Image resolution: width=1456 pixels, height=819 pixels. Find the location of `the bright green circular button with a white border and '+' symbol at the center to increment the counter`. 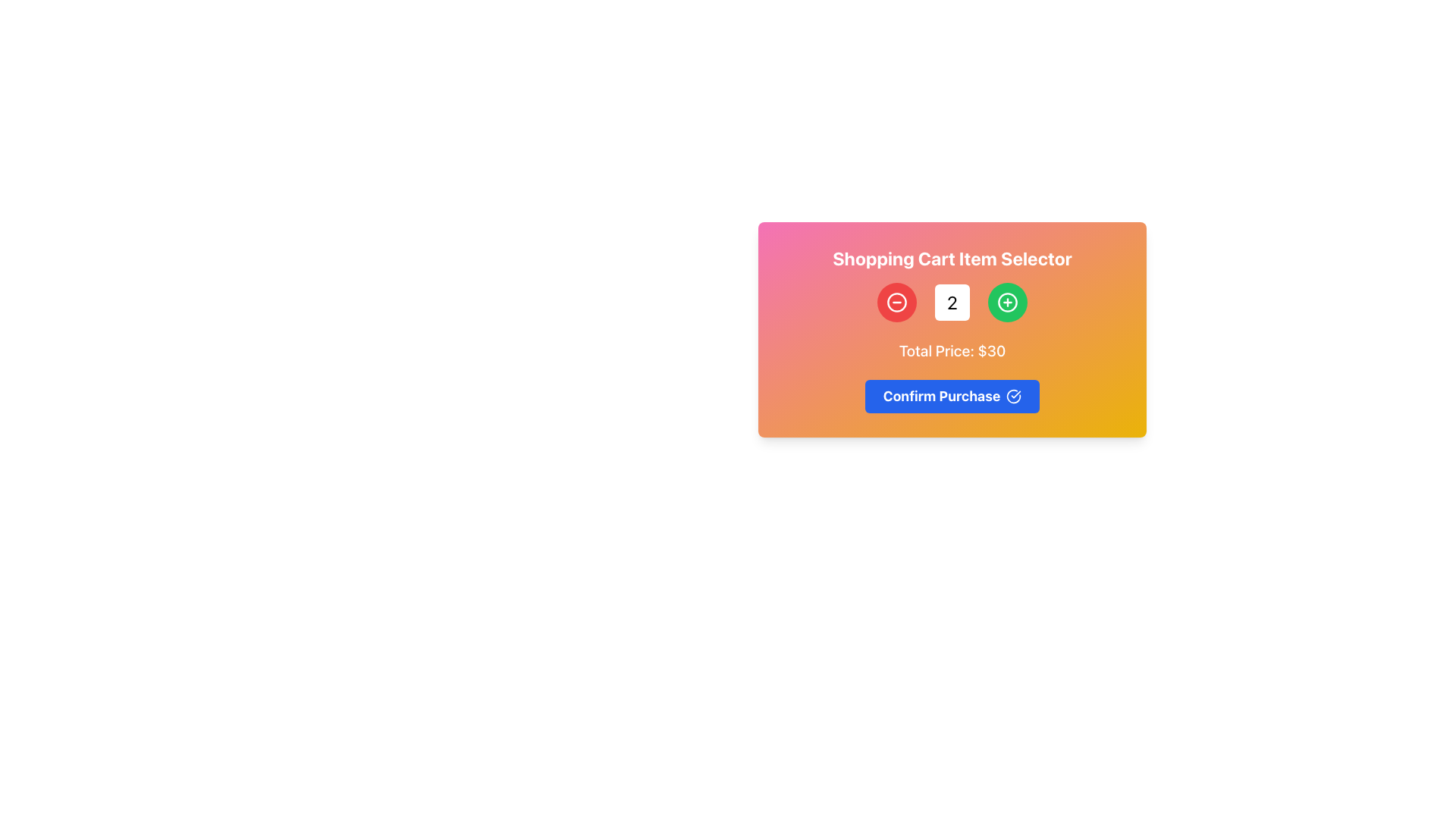

the bright green circular button with a white border and '+' symbol at the center to increment the counter is located at coordinates (1007, 302).